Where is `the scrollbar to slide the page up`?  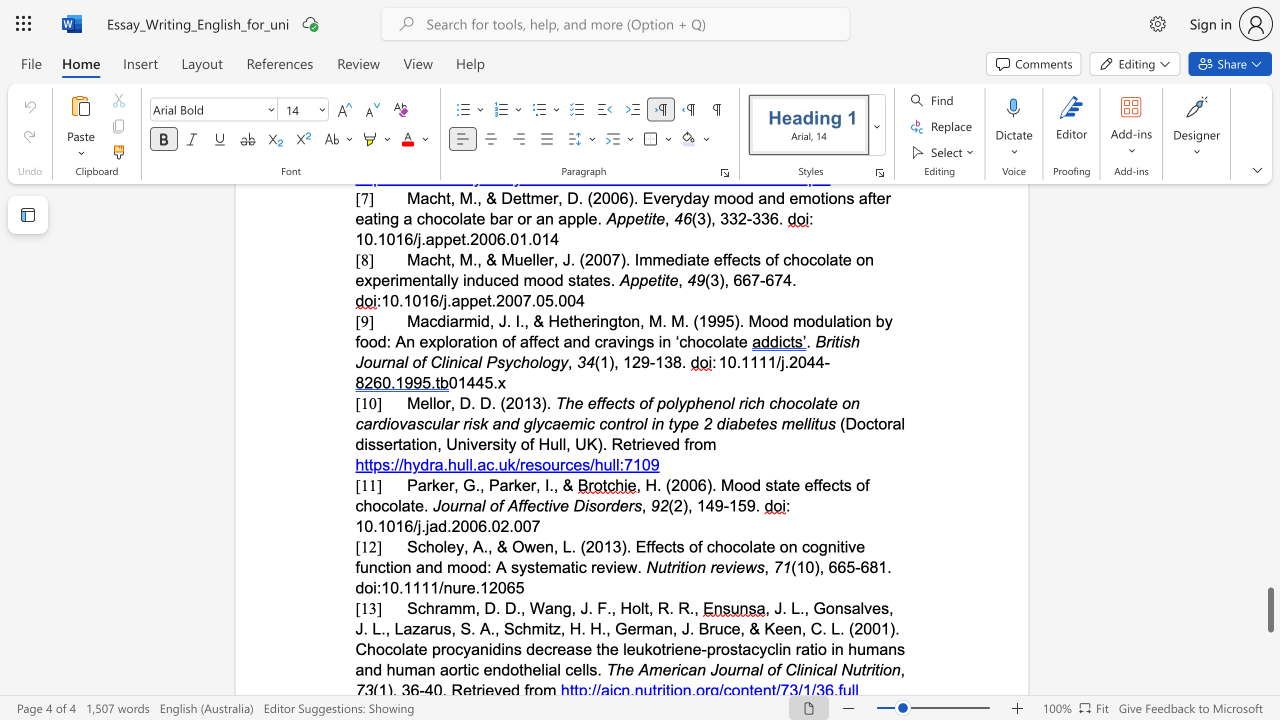
the scrollbar to slide the page up is located at coordinates (1269, 460).